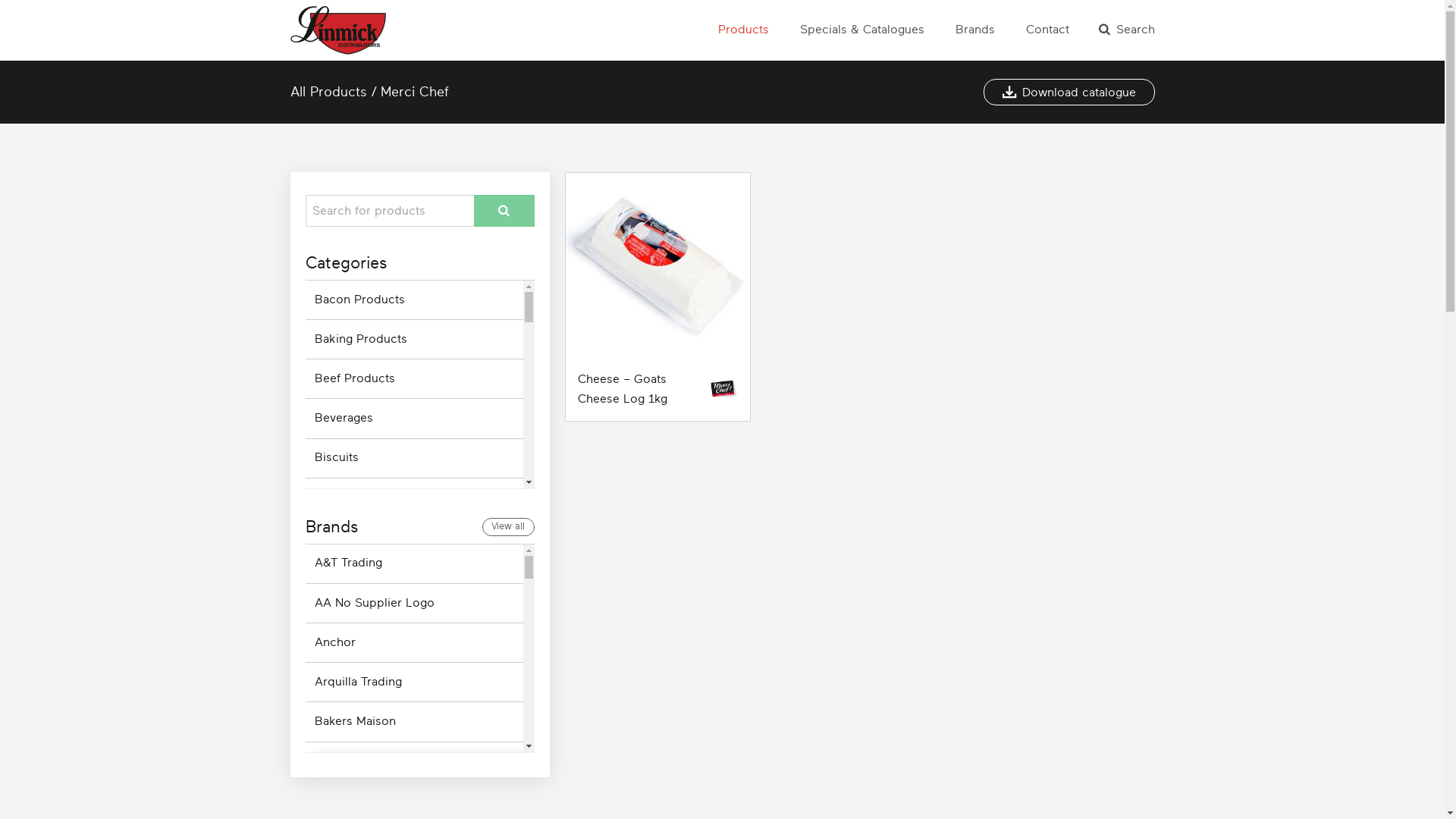  Describe the element at coordinates (381, 91) in the screenshot. I see `'Merci Chef'` at that location.